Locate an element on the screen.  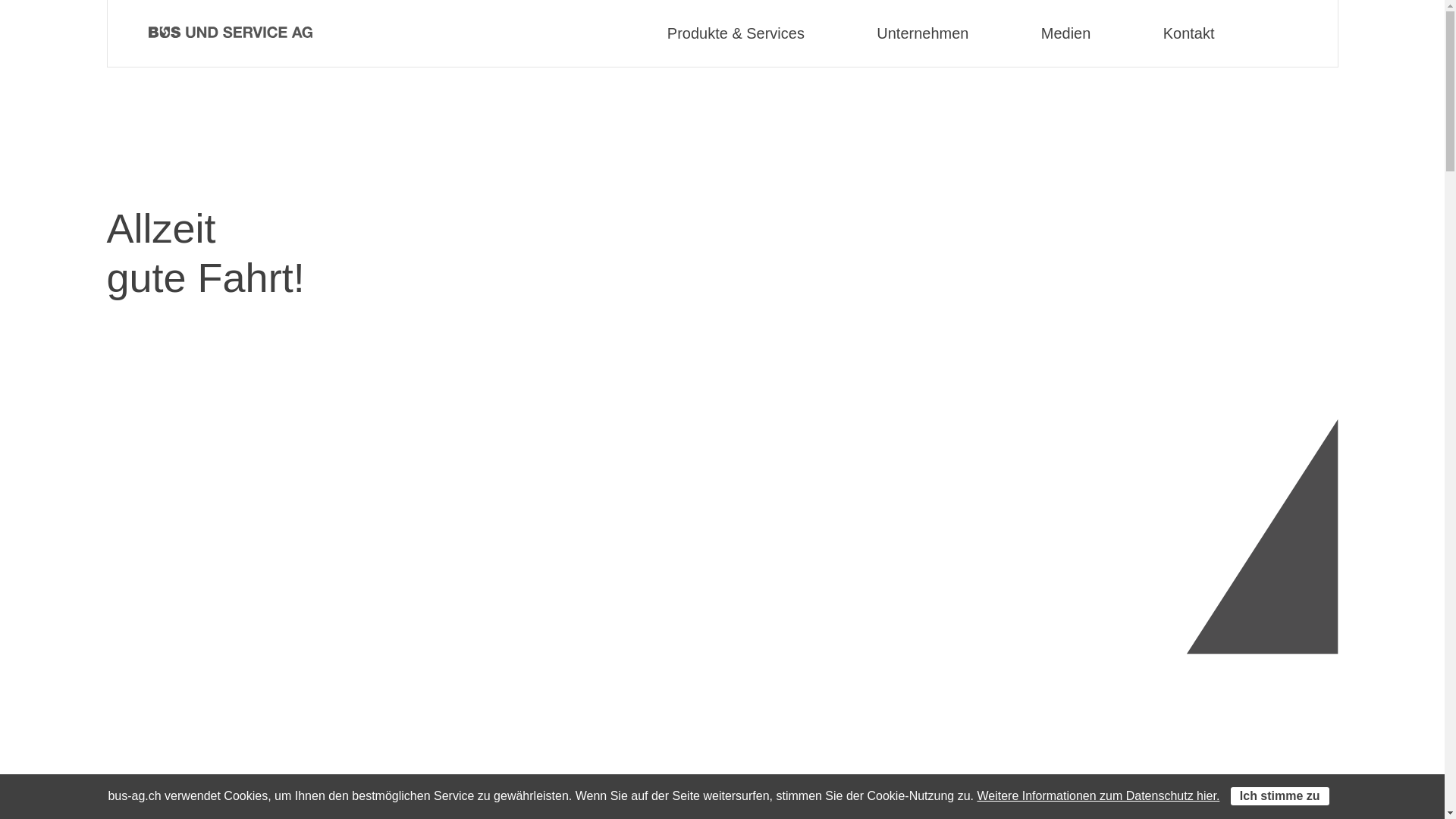
'Weitere Informationen zum Datenschutz hier.' is located at coordinates (1098, 795).